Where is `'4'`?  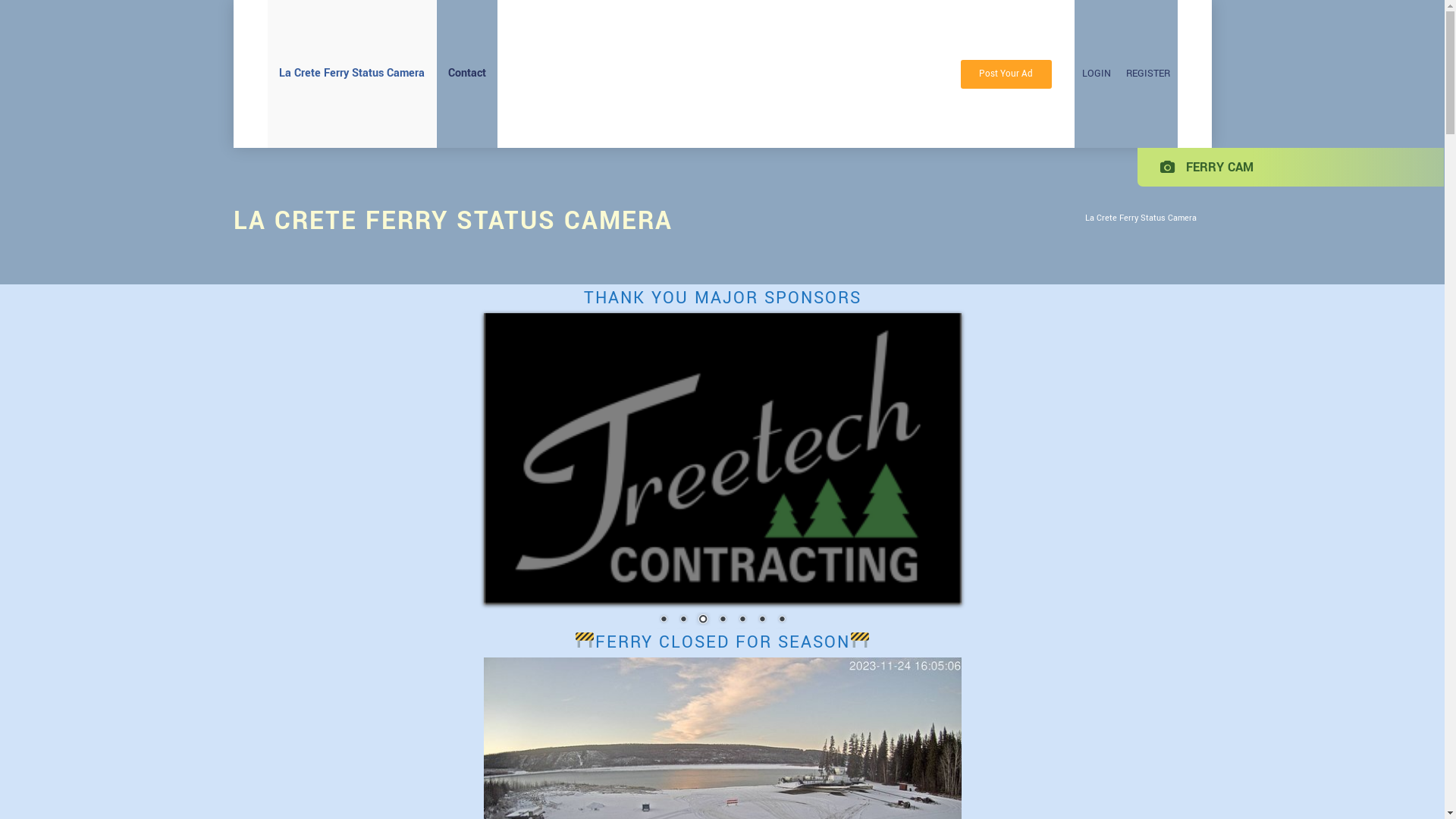
'4' is located at coordinates (722, 620).